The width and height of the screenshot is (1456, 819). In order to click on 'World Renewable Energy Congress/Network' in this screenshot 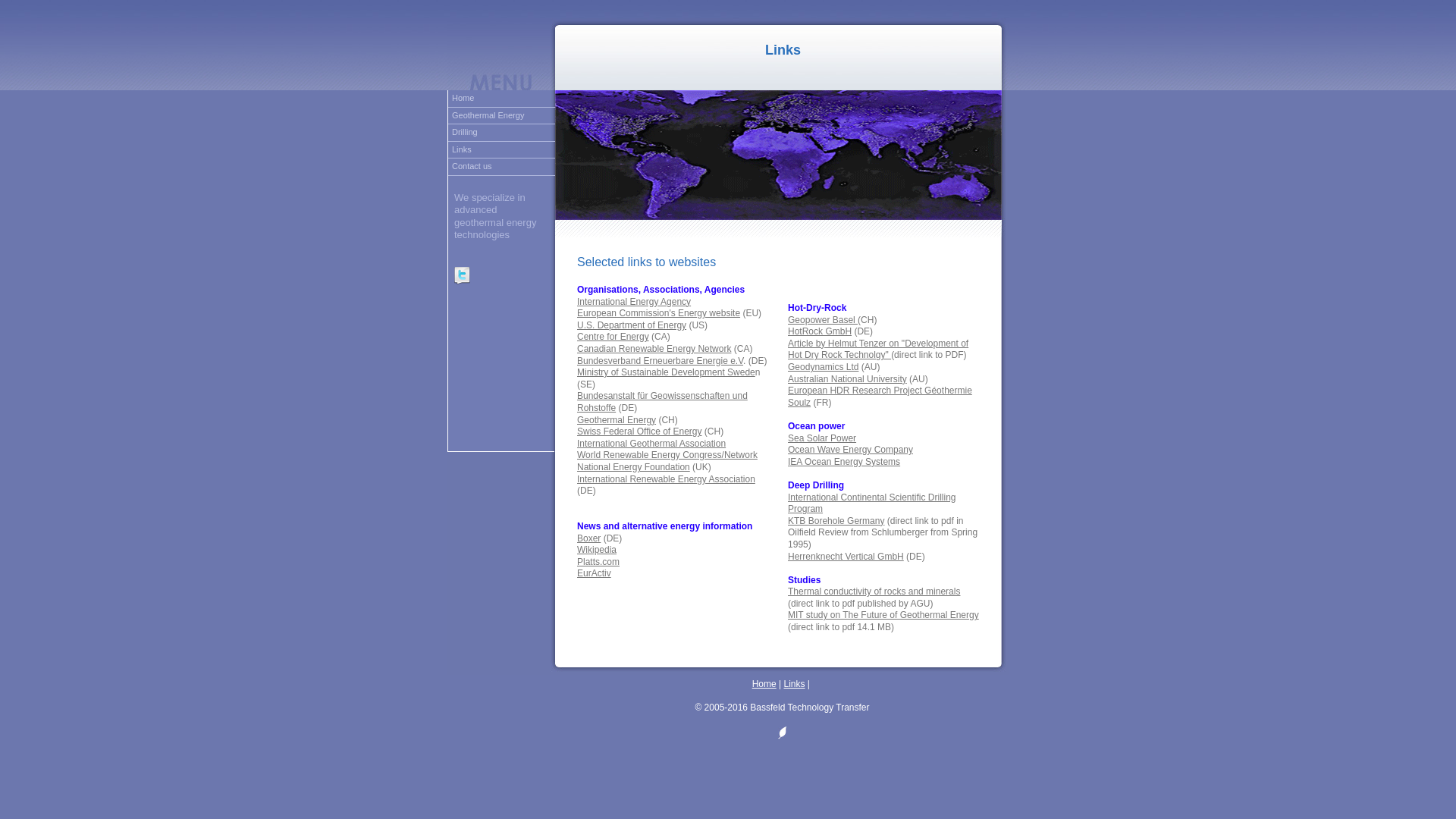, I will do `click(667, 454)`.